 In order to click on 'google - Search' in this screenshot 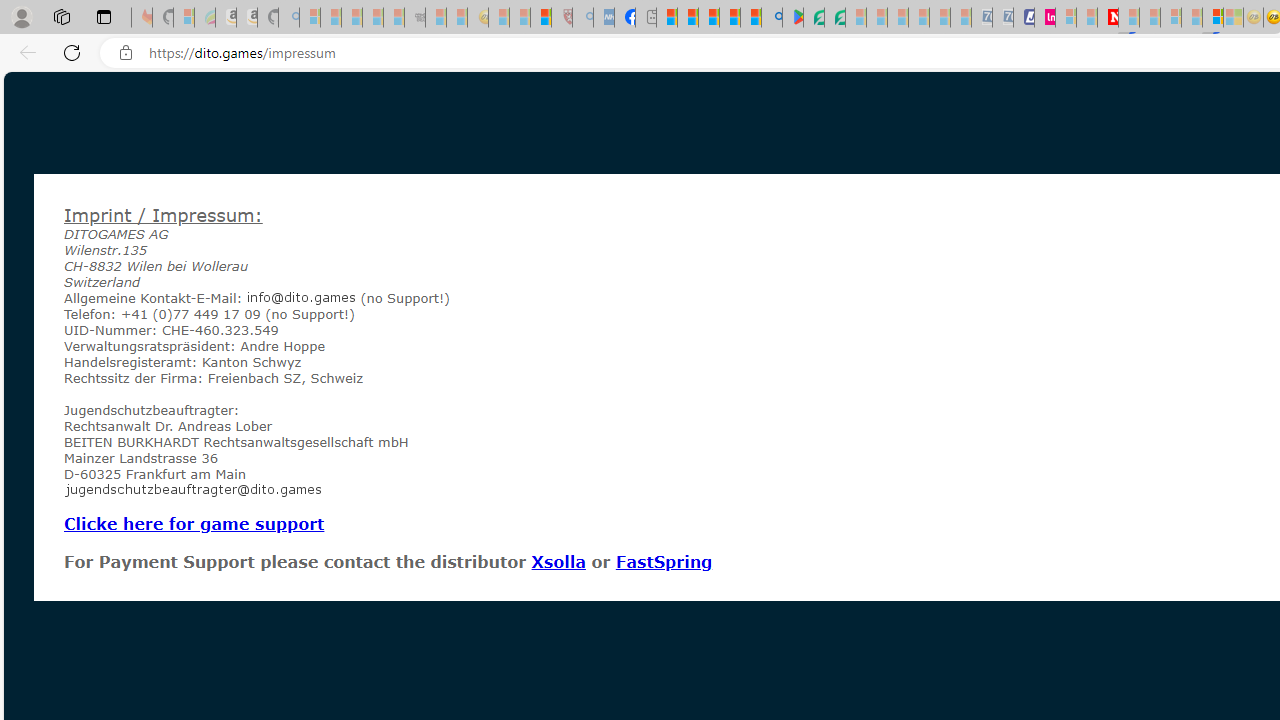, I will do `click(770, 17)`.